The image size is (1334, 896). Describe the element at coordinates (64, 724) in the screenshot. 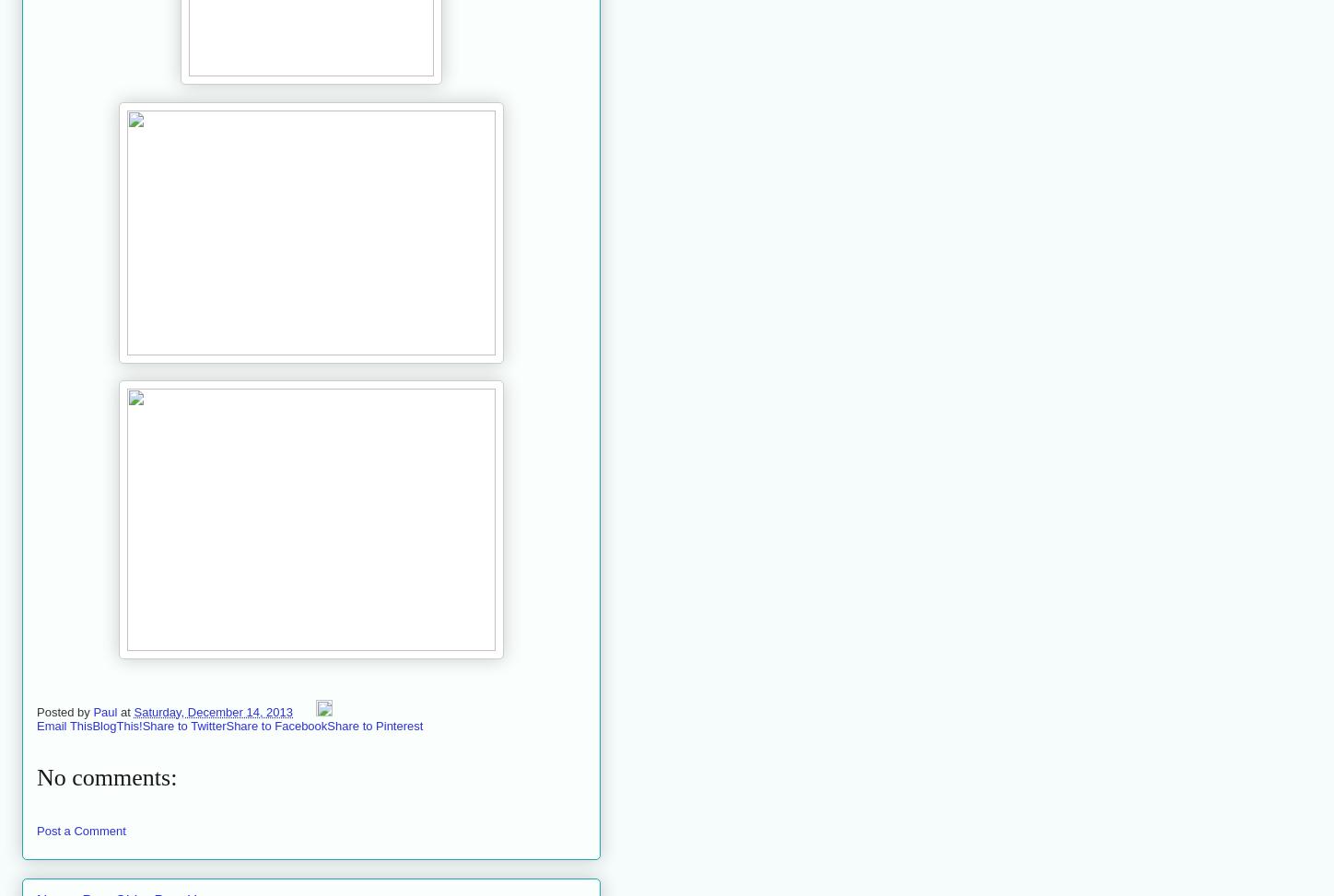

I see `'Email This'` at that location.